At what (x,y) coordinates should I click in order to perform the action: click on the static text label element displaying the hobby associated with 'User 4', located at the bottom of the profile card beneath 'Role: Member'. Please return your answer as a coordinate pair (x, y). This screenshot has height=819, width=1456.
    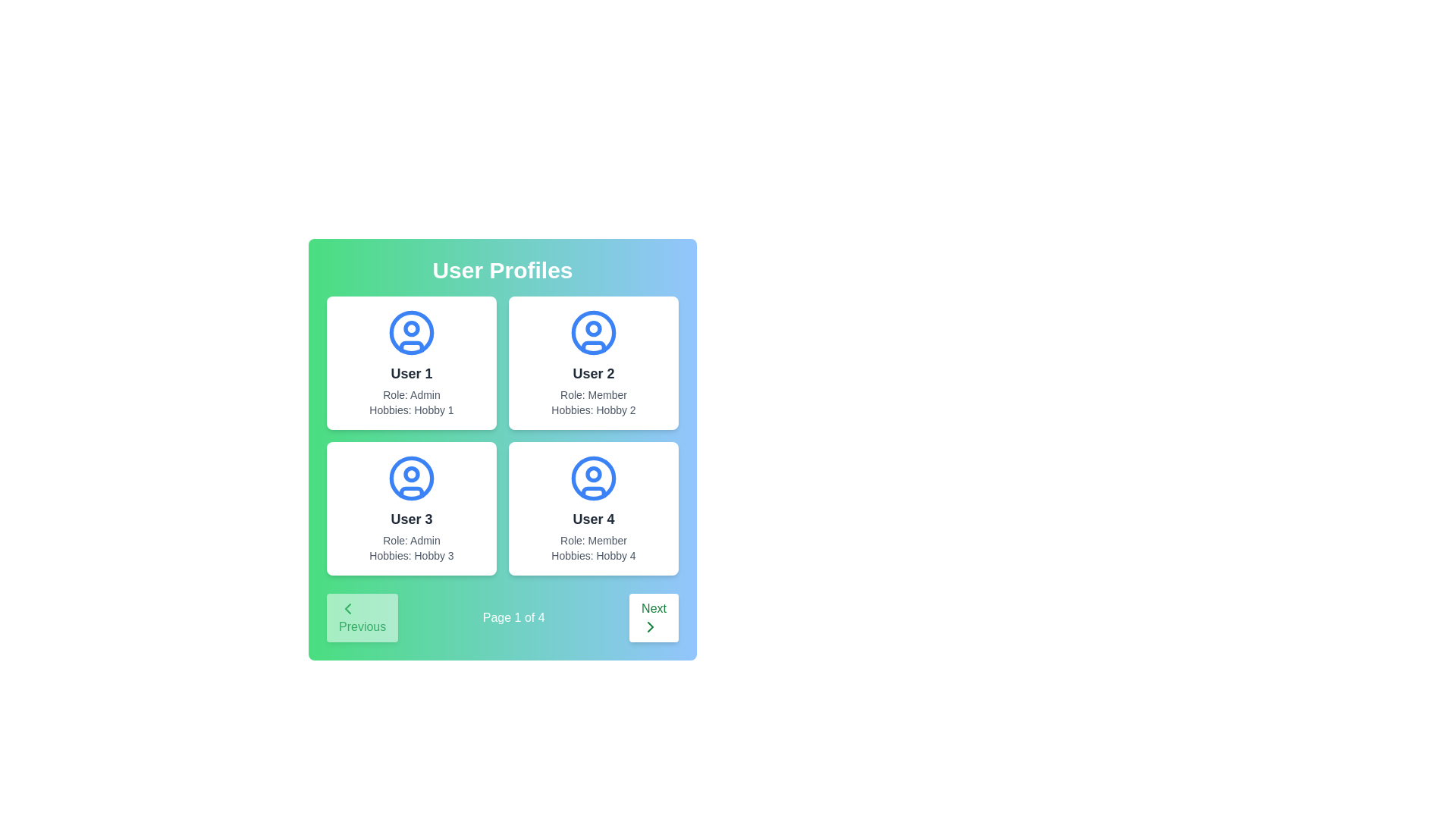
    Looking at the image, I should click on (592, 555).